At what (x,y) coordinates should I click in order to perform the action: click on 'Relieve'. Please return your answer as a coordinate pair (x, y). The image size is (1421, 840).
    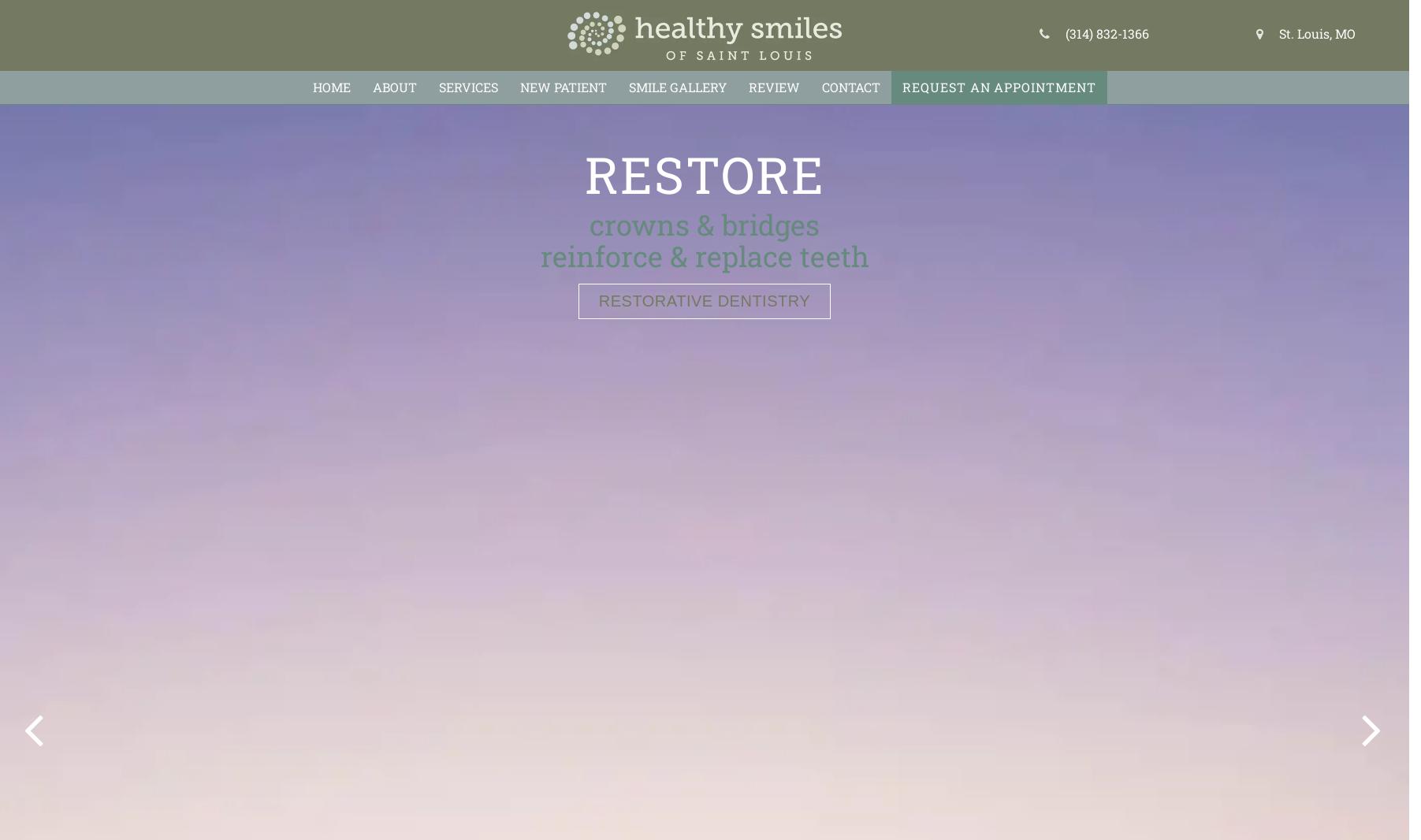
    Looking at the image, I should click on (703, 173).